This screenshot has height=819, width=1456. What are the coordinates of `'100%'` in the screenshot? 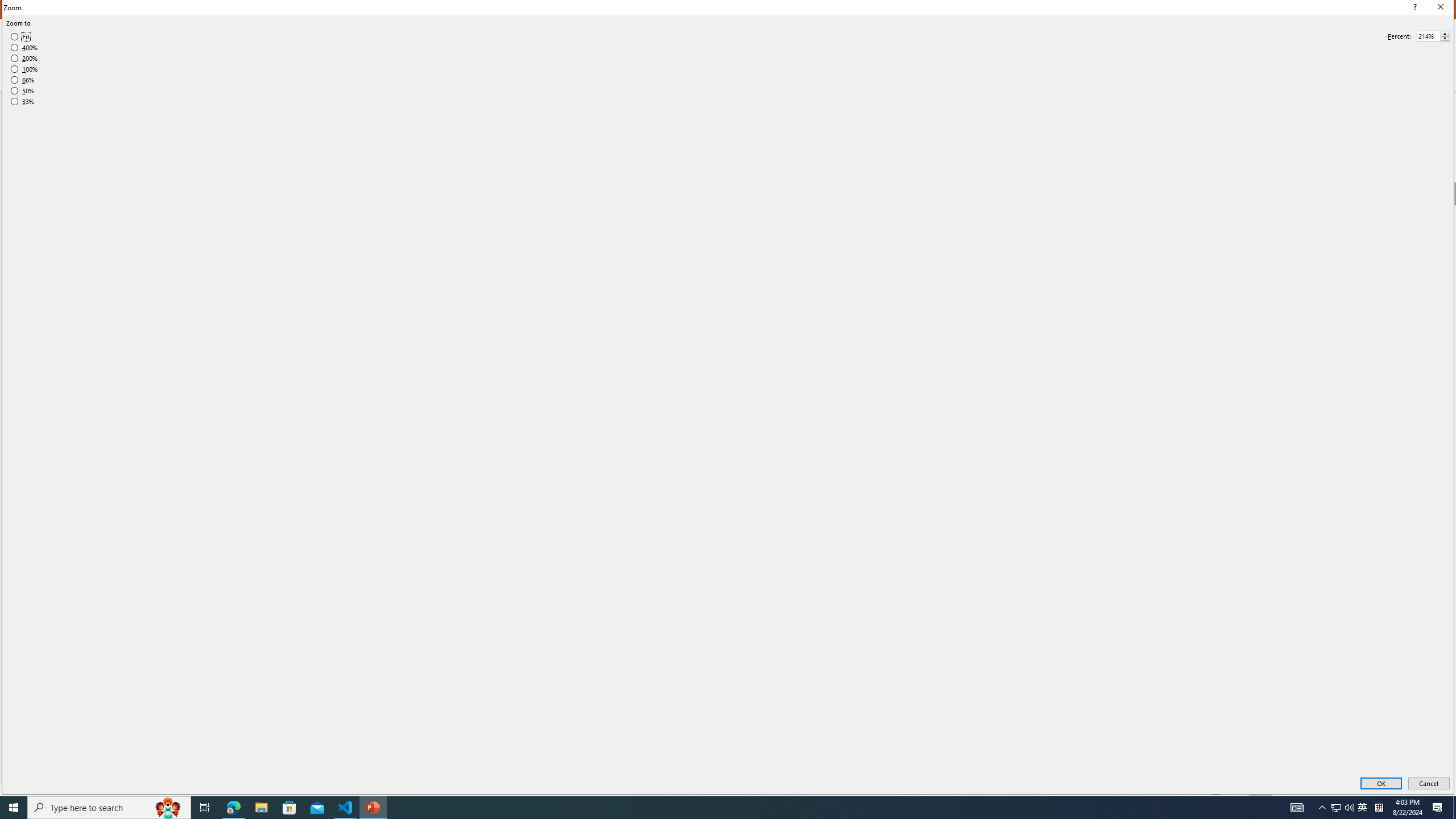 It's located at (24, 68).